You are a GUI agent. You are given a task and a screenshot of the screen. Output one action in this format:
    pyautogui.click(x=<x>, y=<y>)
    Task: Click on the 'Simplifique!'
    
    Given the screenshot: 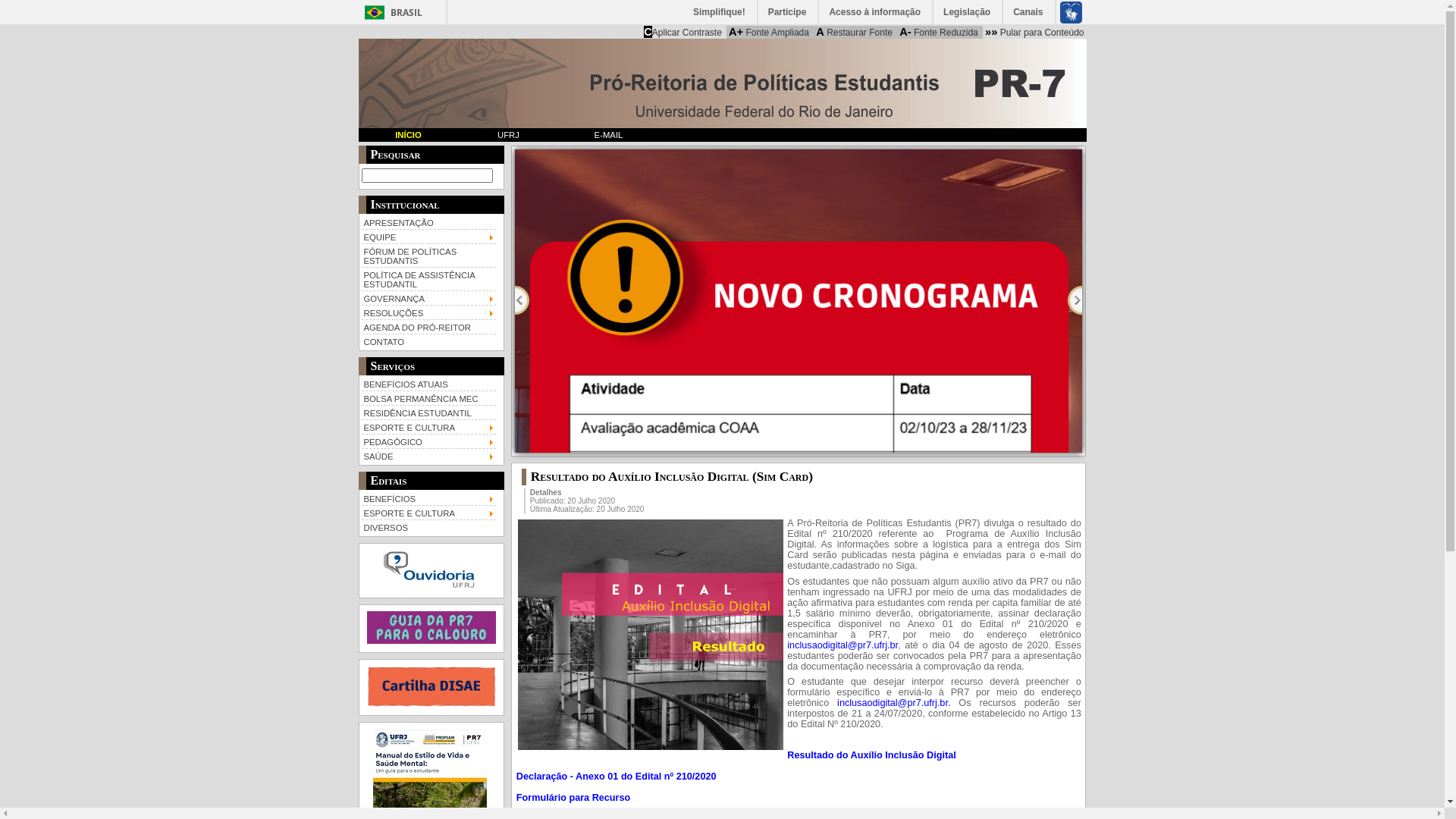 What is the action you would take?
    pyautogui.click(x=719, y=11)
    